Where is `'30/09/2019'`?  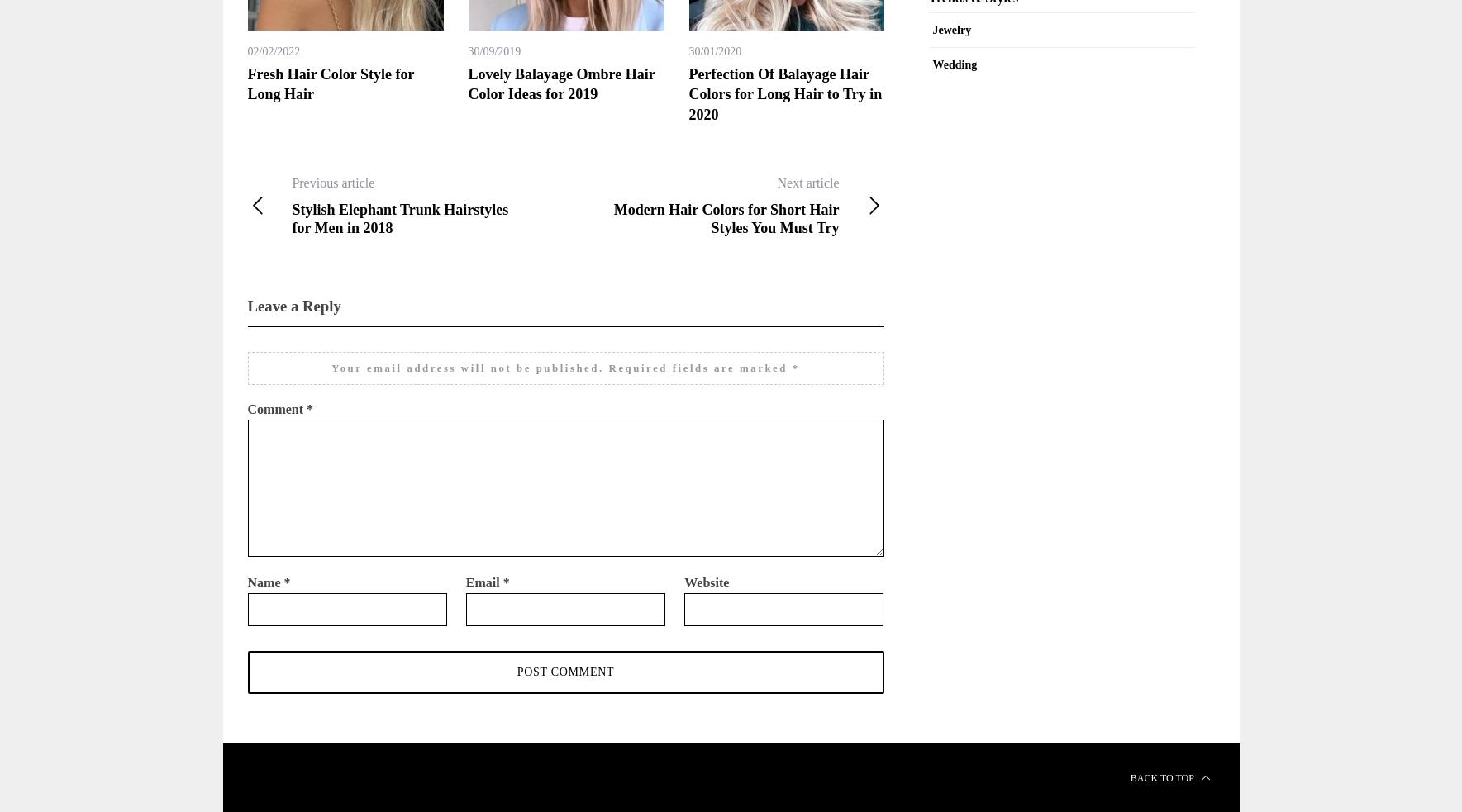
'30/09/2019' is located at coordinates (493, 50).